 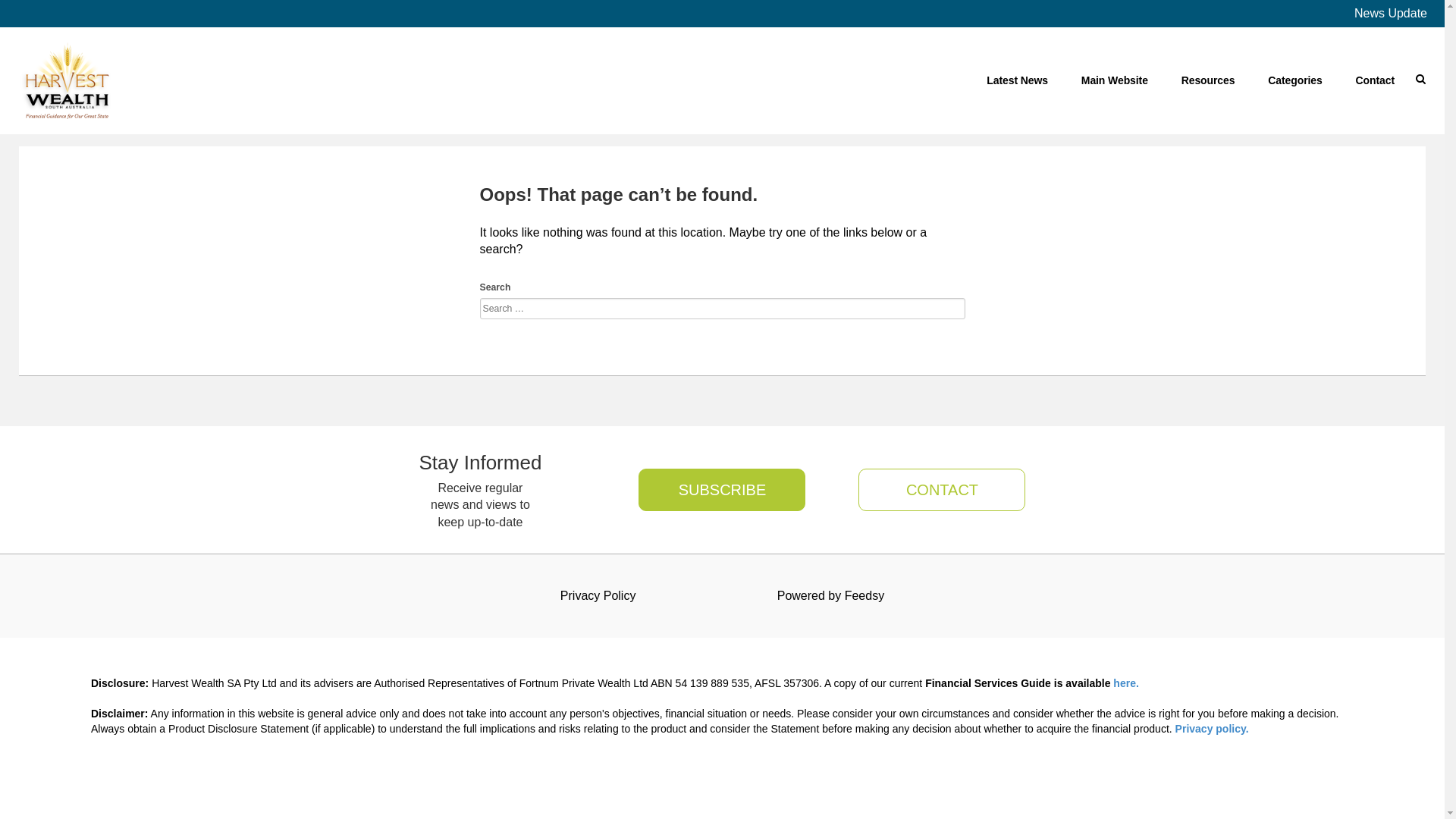 I want to click on 'Main Website', so click(x=1114, y=80).